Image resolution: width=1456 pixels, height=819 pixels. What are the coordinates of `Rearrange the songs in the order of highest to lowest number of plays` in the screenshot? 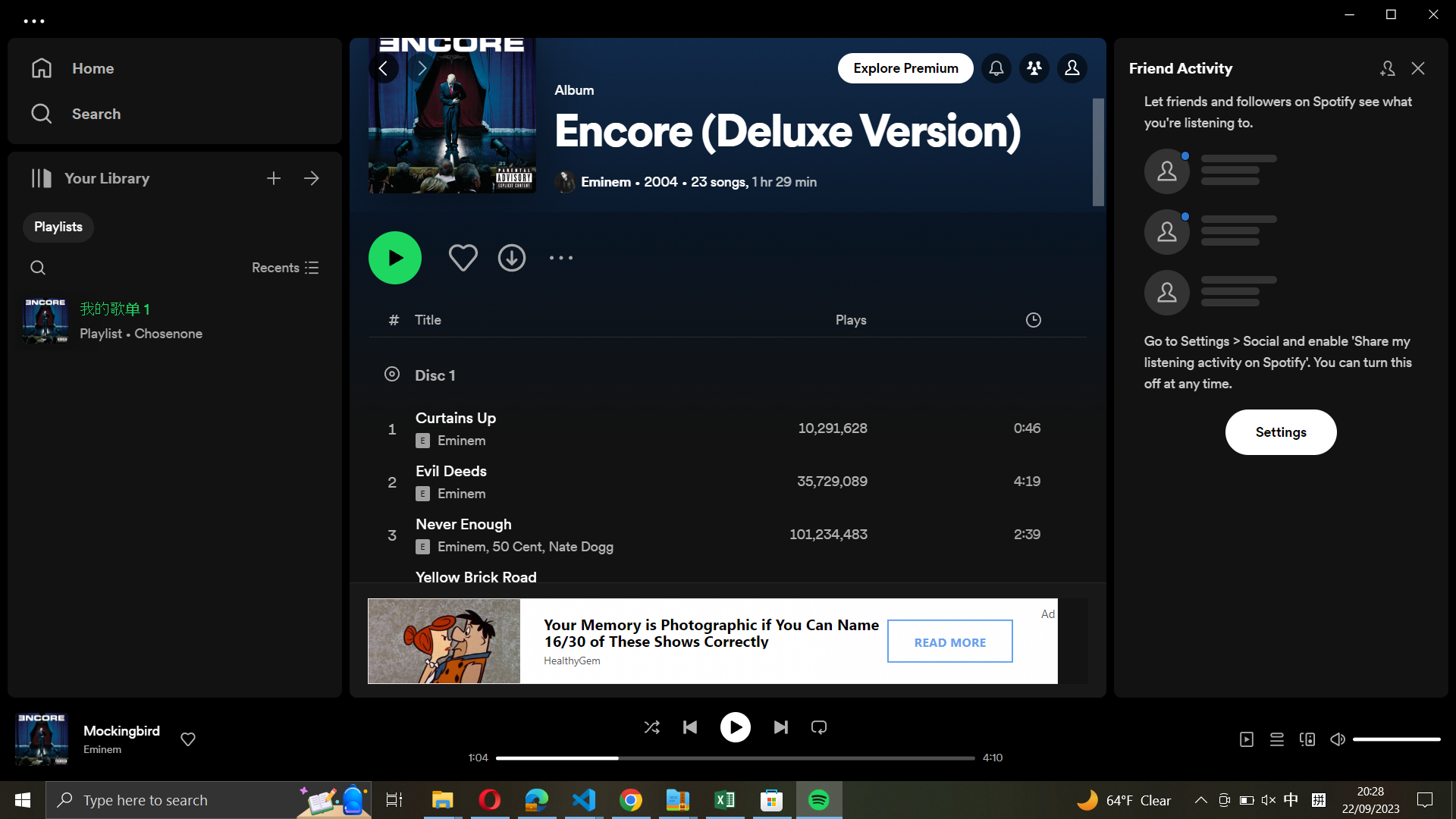 It's located at (908, 322).